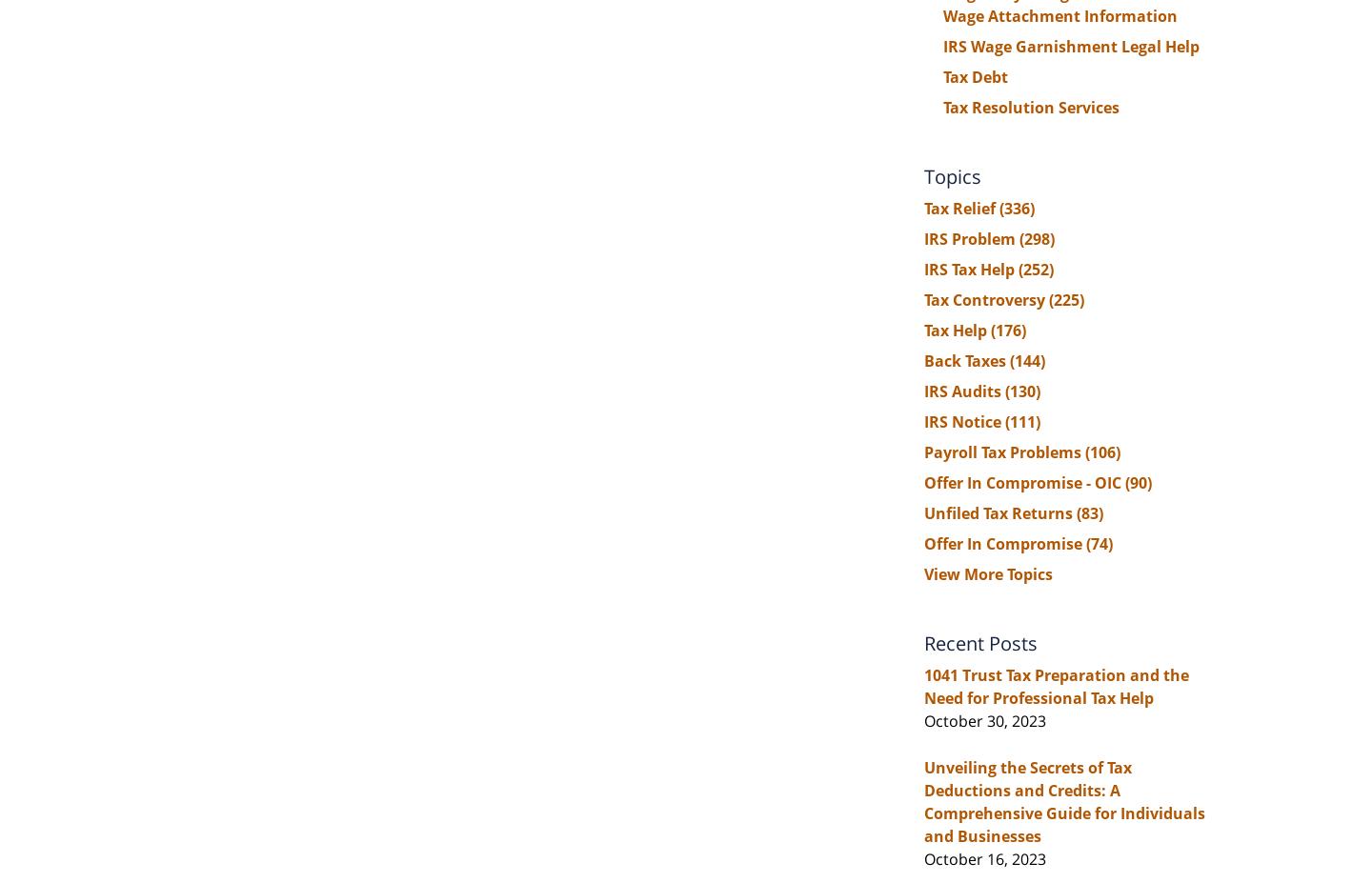  Describe the element at coordinates (922, 451) in the screenshot. I see `'Payroll Tax Problems'` at that location.